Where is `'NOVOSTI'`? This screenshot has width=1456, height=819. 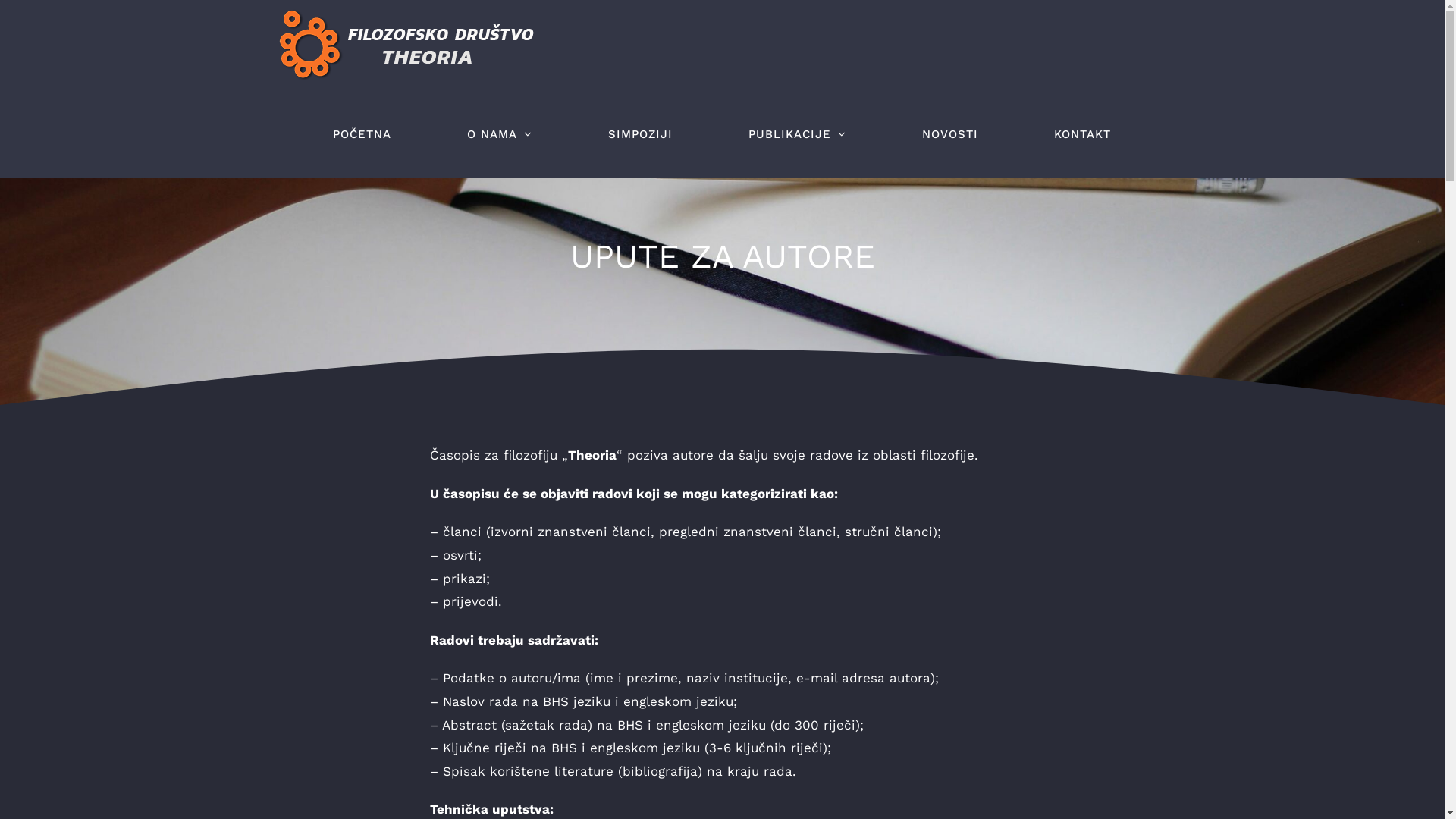 'NOVOSTI' is located at coordinates (949, 133).